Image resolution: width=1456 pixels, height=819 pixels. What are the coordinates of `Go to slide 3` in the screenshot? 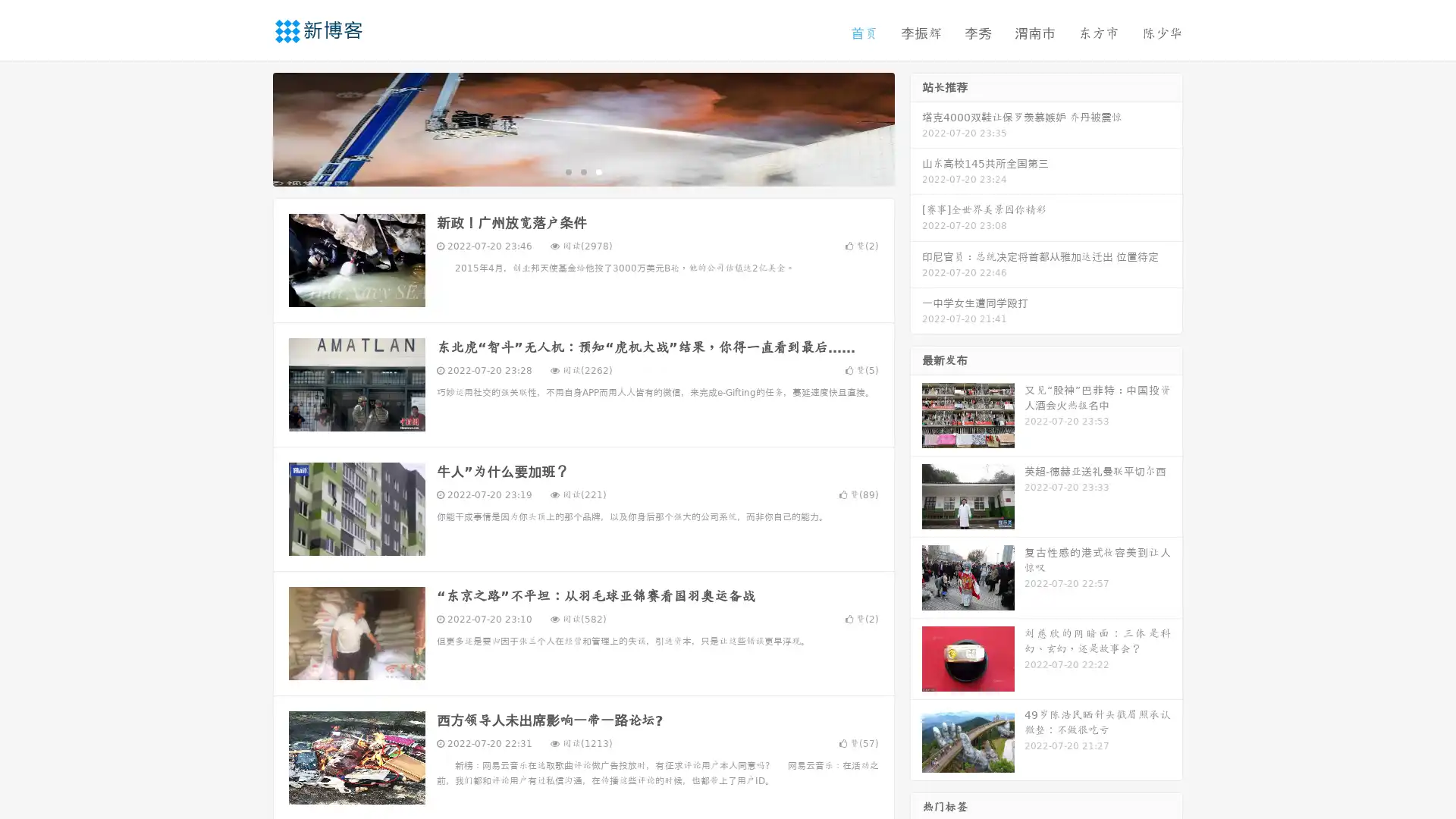 It's located at (598, 171).